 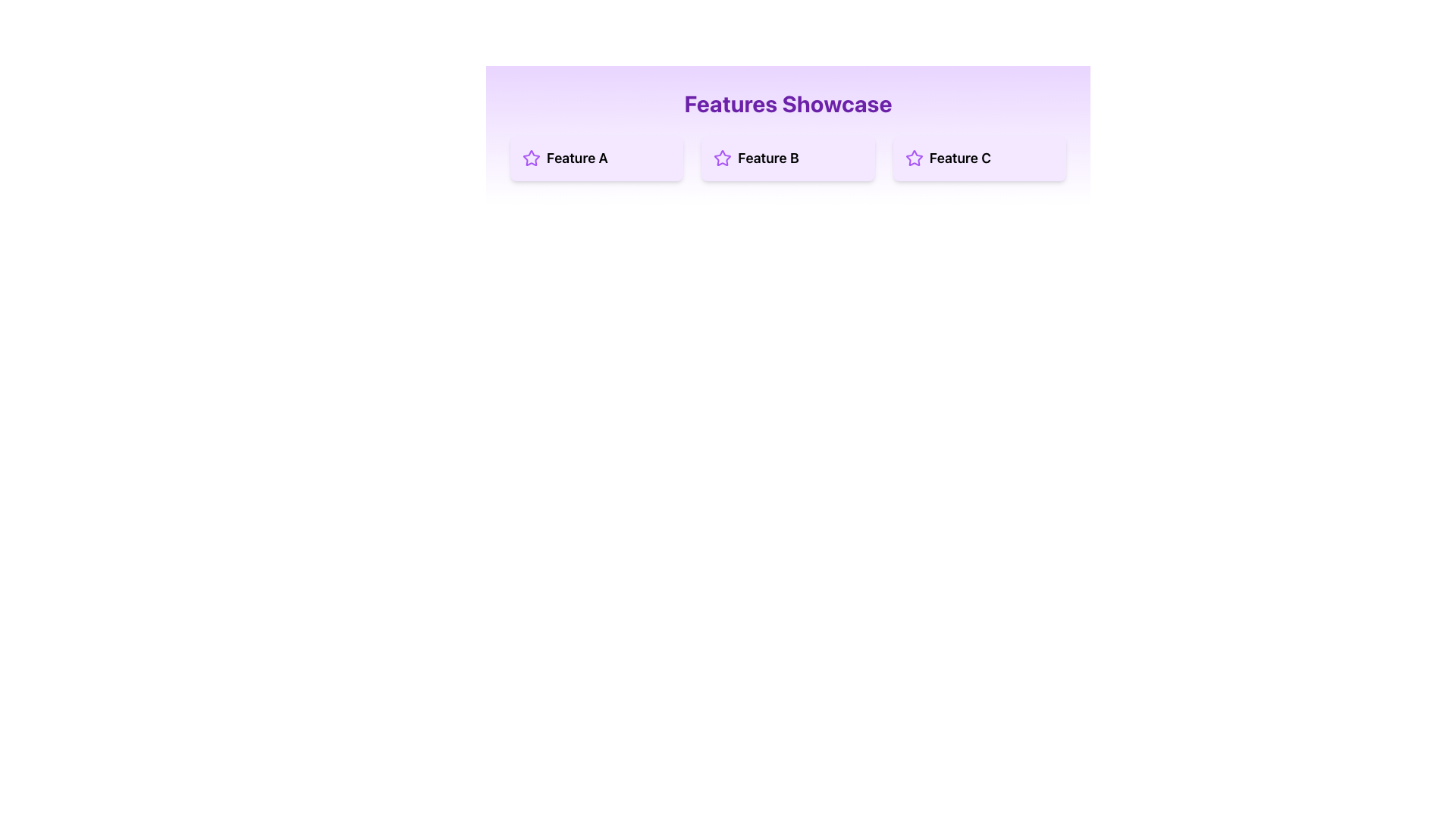 What do you see at coordinates (768, 158) in the screenshot?
I see `the text element representing 'Feature B', which serves as a label in the UI, positioned centrally between 'Feature A' and 'Feature C'` at bounding box center [768, 158].